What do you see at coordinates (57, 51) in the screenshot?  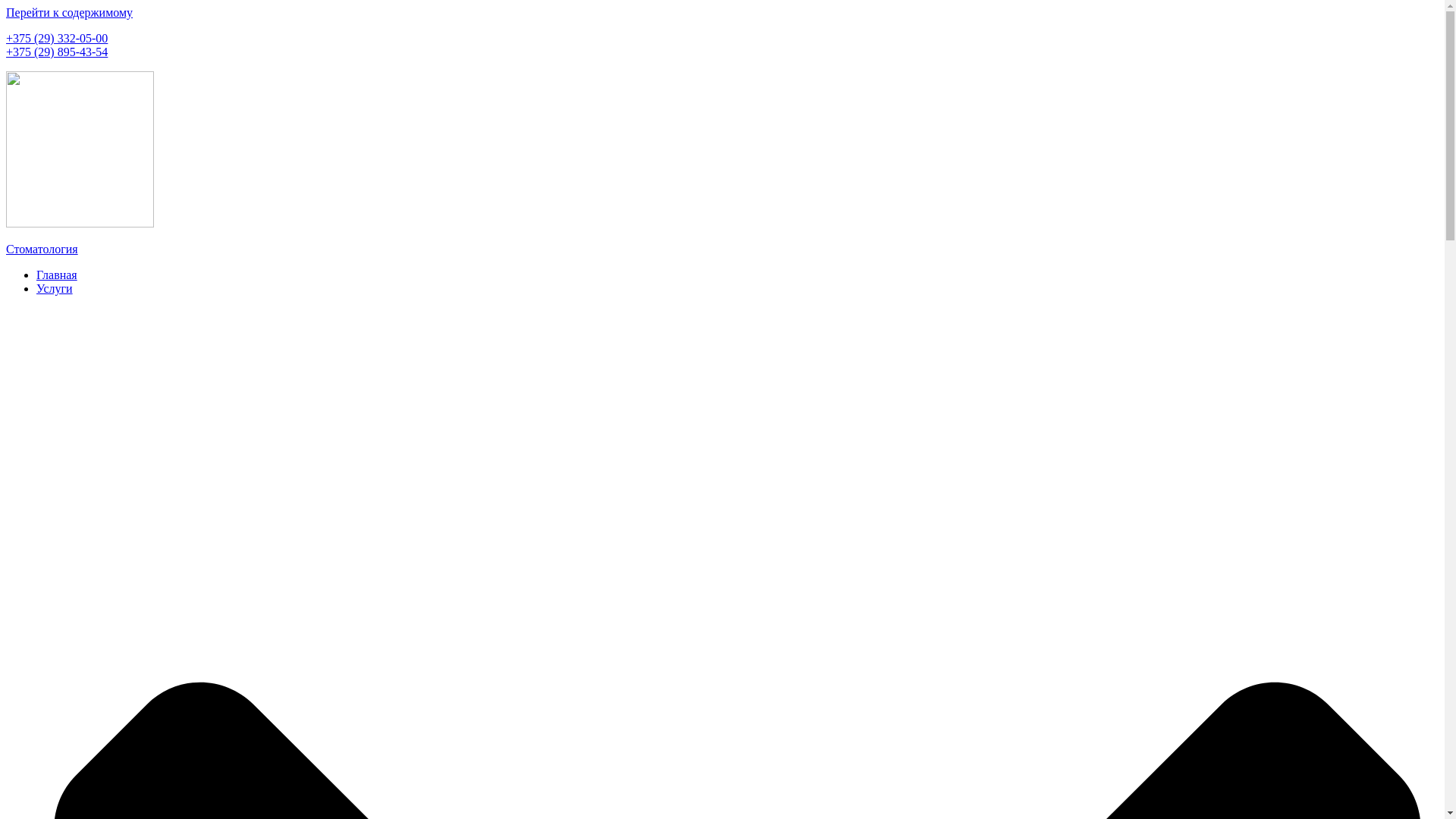 I see `'+375 (29) 895-43-54'` at bounding box center [57, 51].